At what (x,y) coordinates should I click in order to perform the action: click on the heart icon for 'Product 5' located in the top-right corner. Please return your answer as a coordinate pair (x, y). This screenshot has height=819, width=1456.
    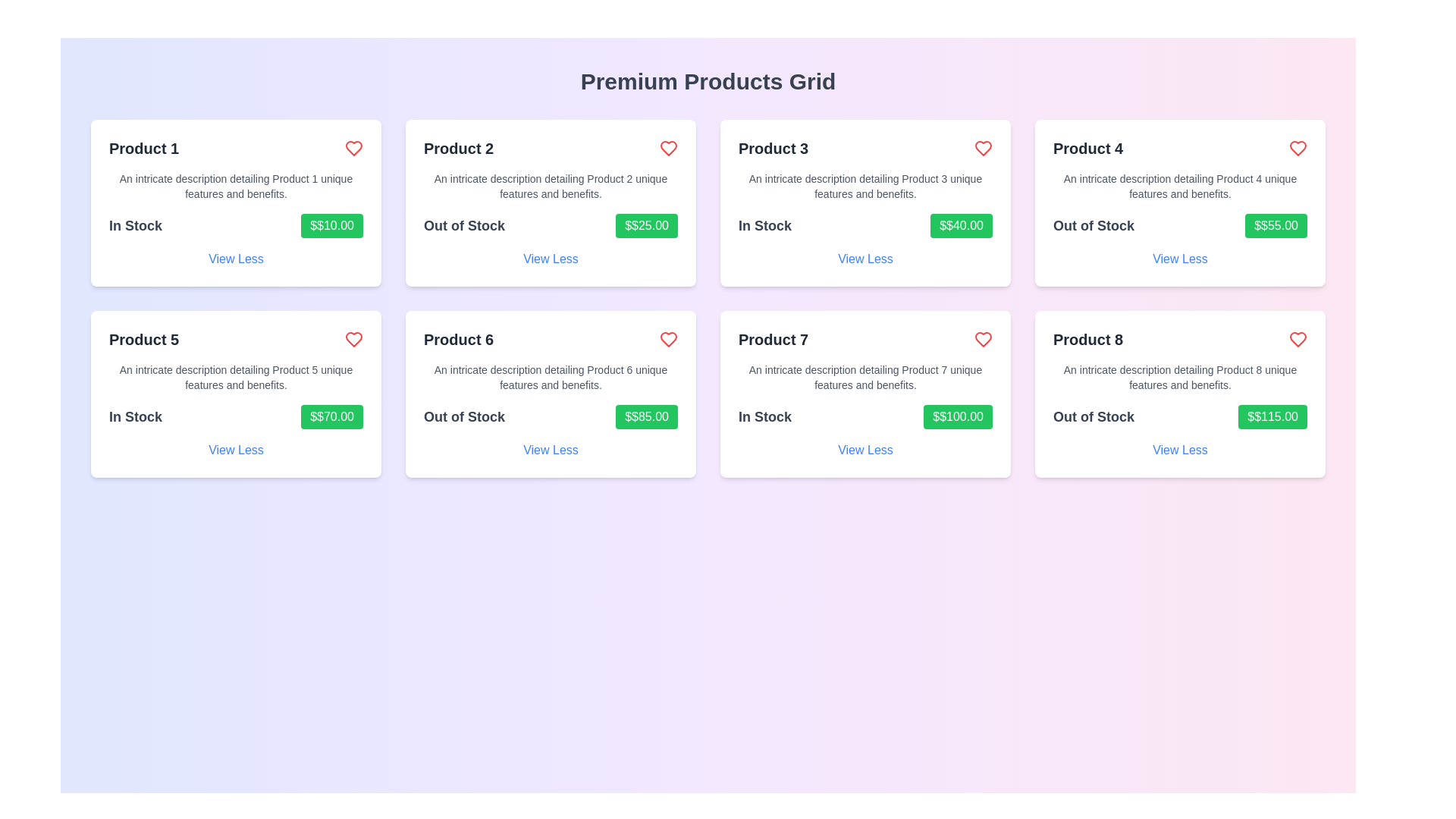
    Looking at the image, I should click on (353, 149).